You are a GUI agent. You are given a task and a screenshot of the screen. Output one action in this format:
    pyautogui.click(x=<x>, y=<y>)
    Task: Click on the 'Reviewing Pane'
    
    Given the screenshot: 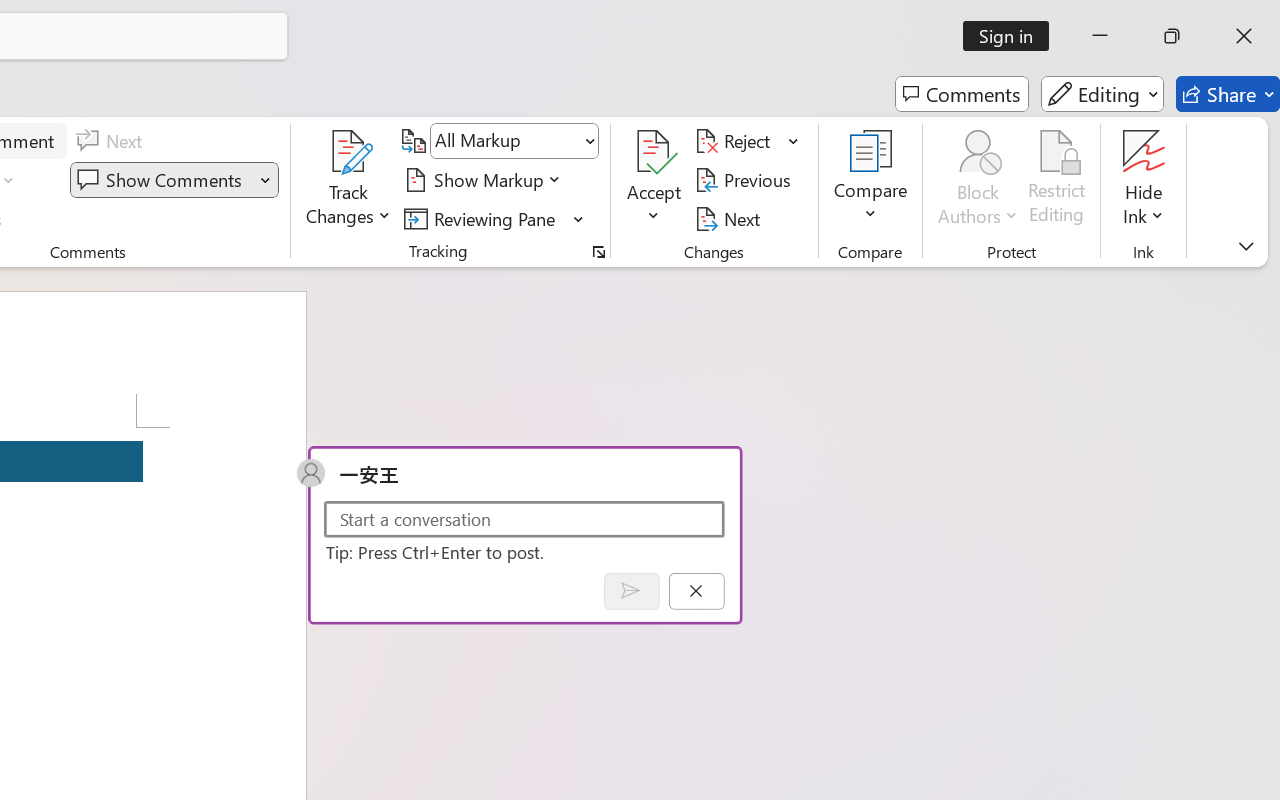 What is the action you would take?
    pyautogui.click(x=494, y=218)
    